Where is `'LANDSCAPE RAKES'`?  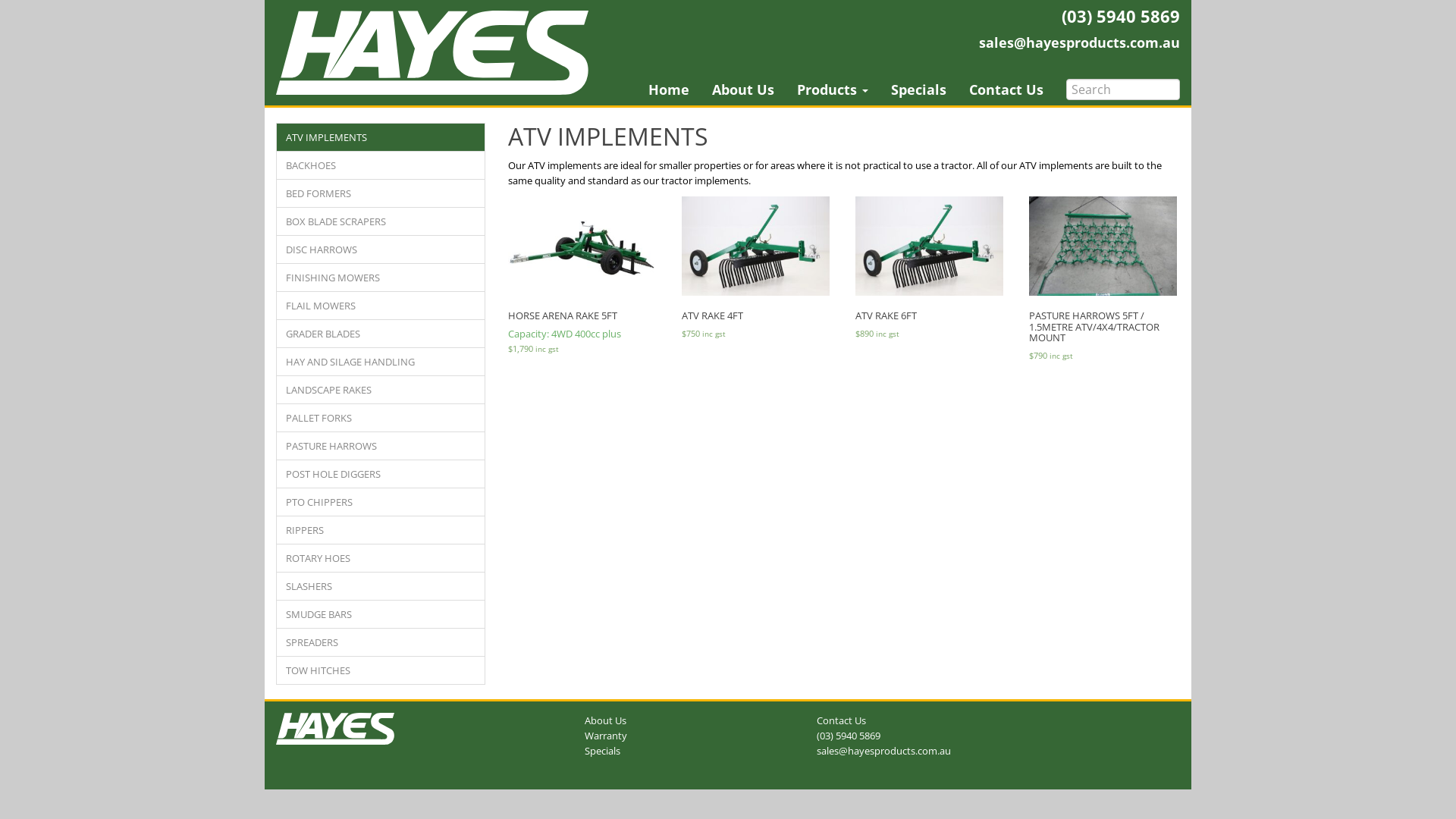
'LANDSCAPE RAKES' is located at coordinates (381, 388).